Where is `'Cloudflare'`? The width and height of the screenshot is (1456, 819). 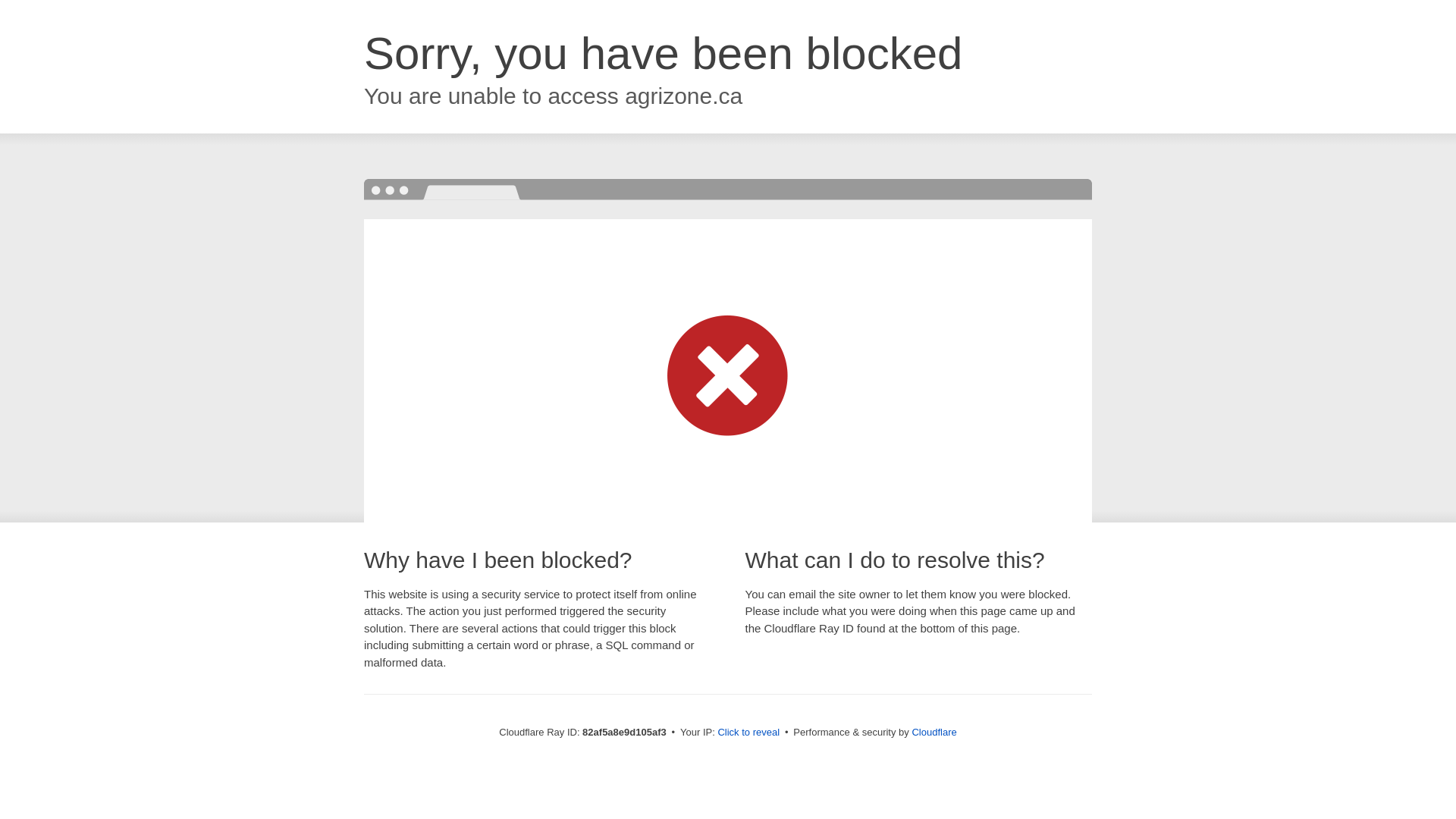 'Cloudflare' is located at coordinates (933, 731).